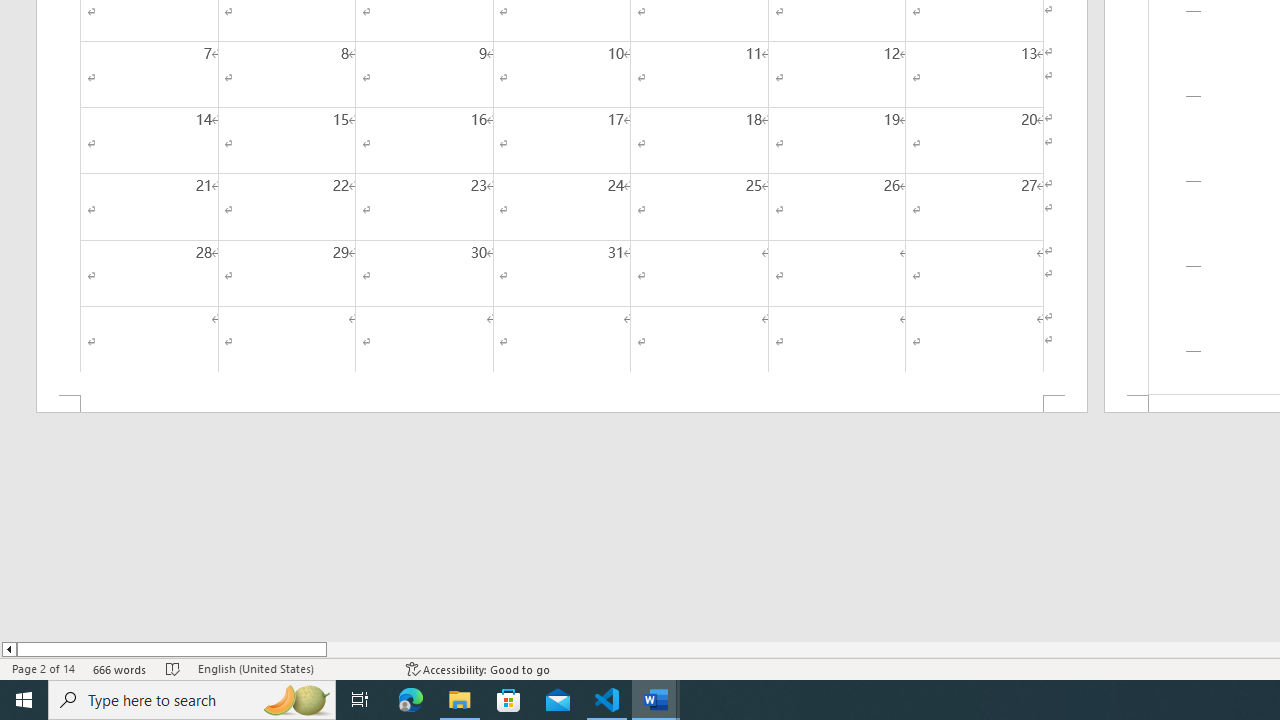 Image resolution: width=1280 pixels, height=720 pixels. I want to click on 'Language English (United States)', so click(291, 669).